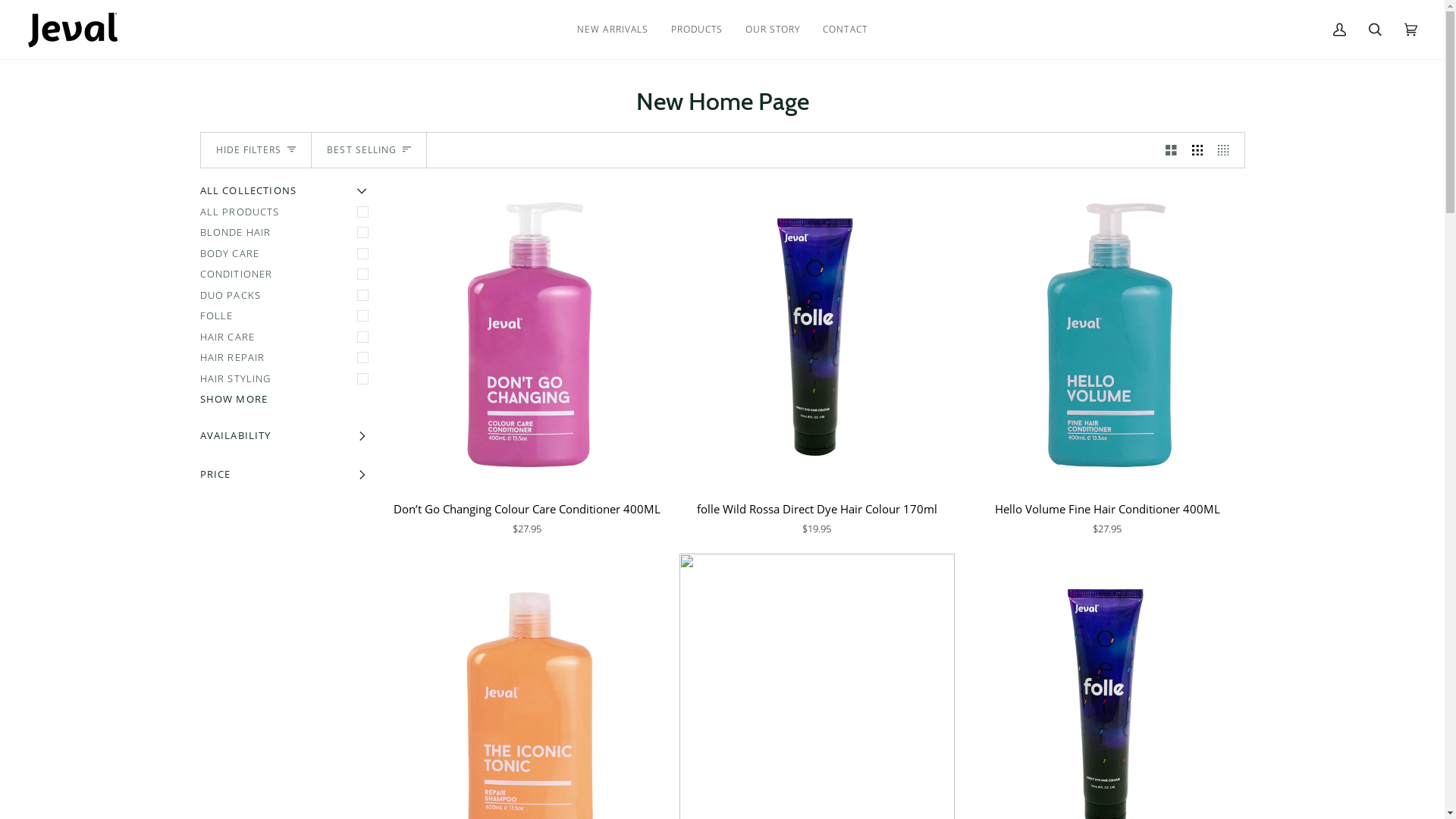  Describe the element at coordinates (612, 29) in the screenshot. I see `'NEW ARRIVALS'` at that location.